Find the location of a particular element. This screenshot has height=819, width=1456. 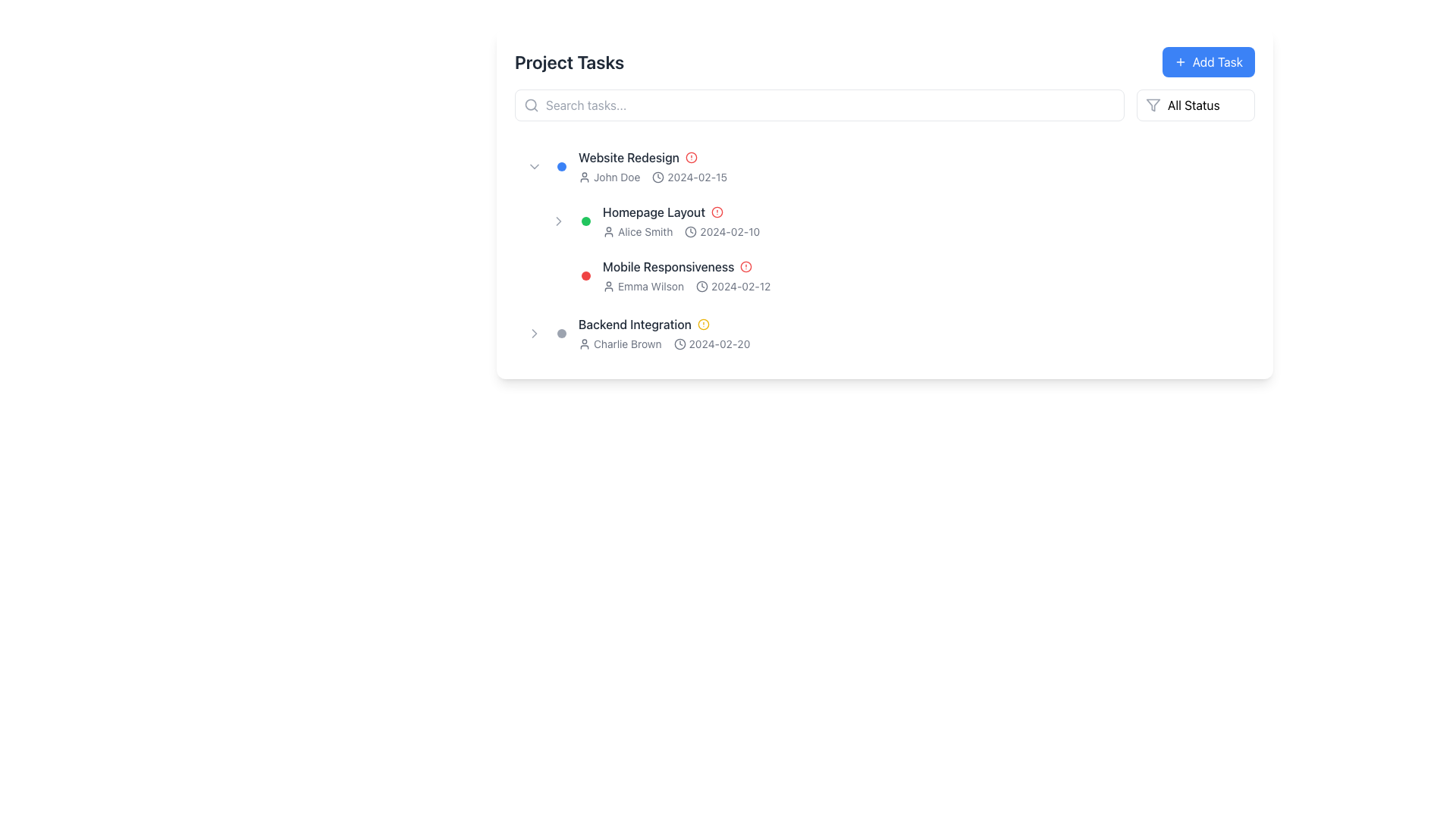

the Task list item titled 'Homepage Layout' associated with 'Alice Smith' is located at coordinates (884, 221).